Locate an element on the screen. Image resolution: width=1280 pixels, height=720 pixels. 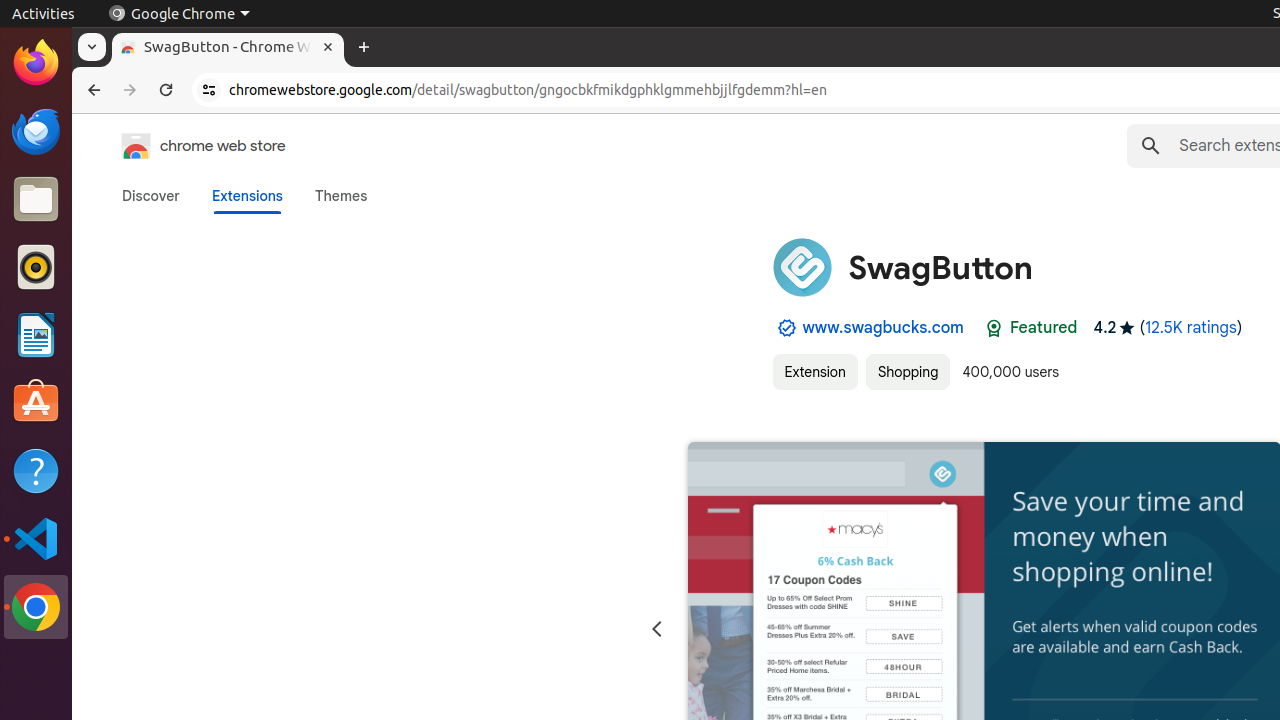
'View site information' is located at coordinates (209, 90).